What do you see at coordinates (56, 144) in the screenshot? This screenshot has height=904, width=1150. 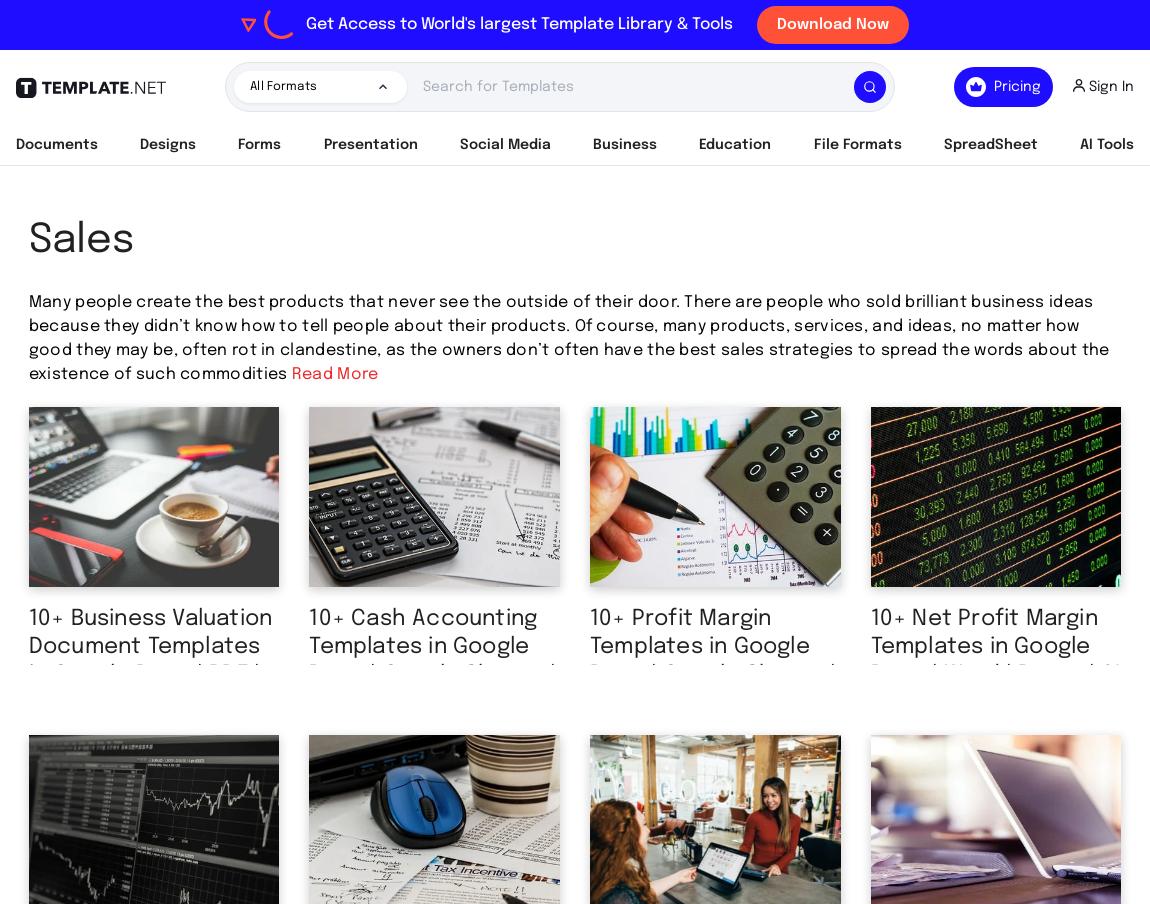 I see `'Documents'` at bounding box center [56, 144].